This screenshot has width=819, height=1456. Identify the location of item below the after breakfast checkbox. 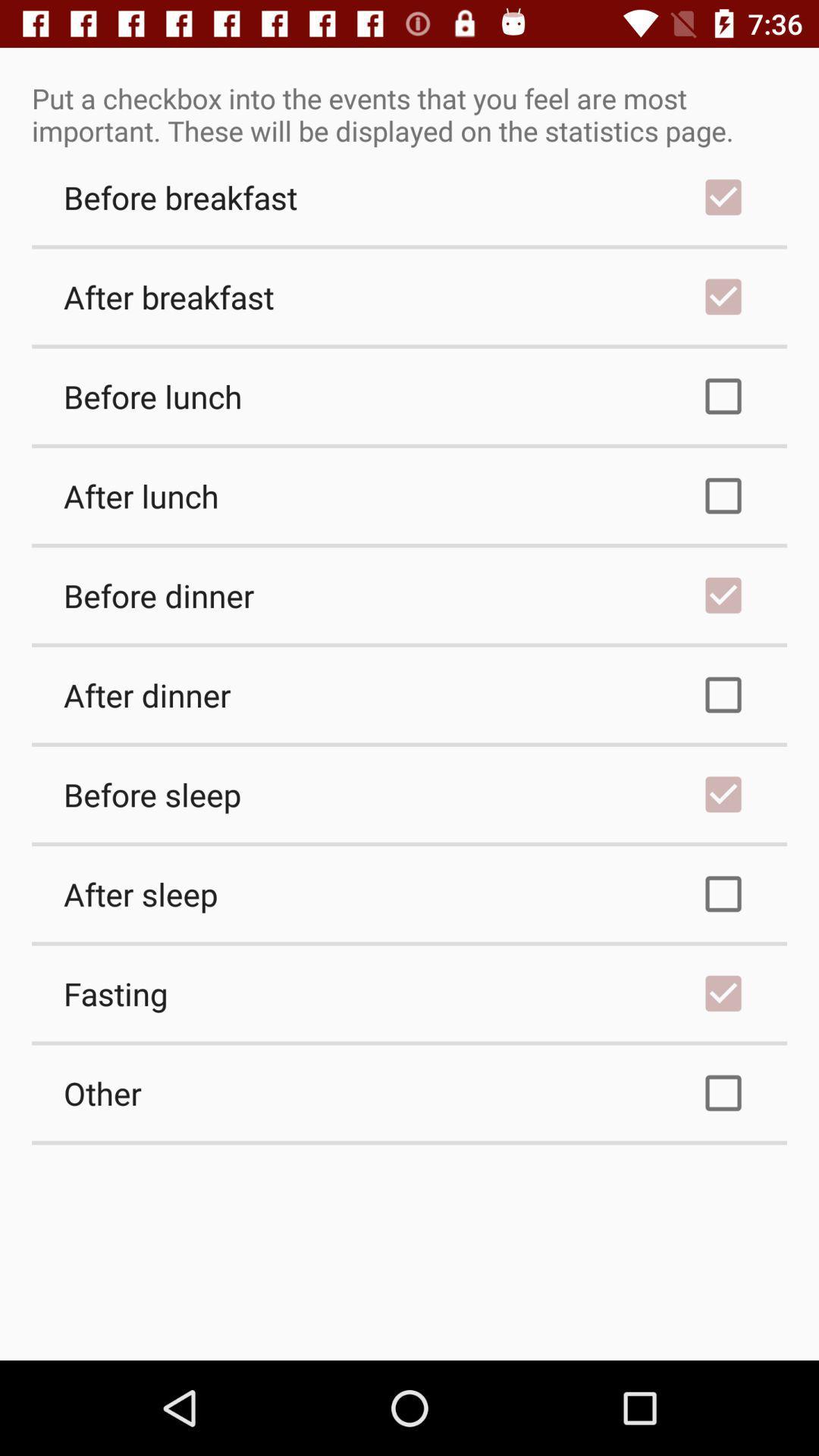
(409, 396).